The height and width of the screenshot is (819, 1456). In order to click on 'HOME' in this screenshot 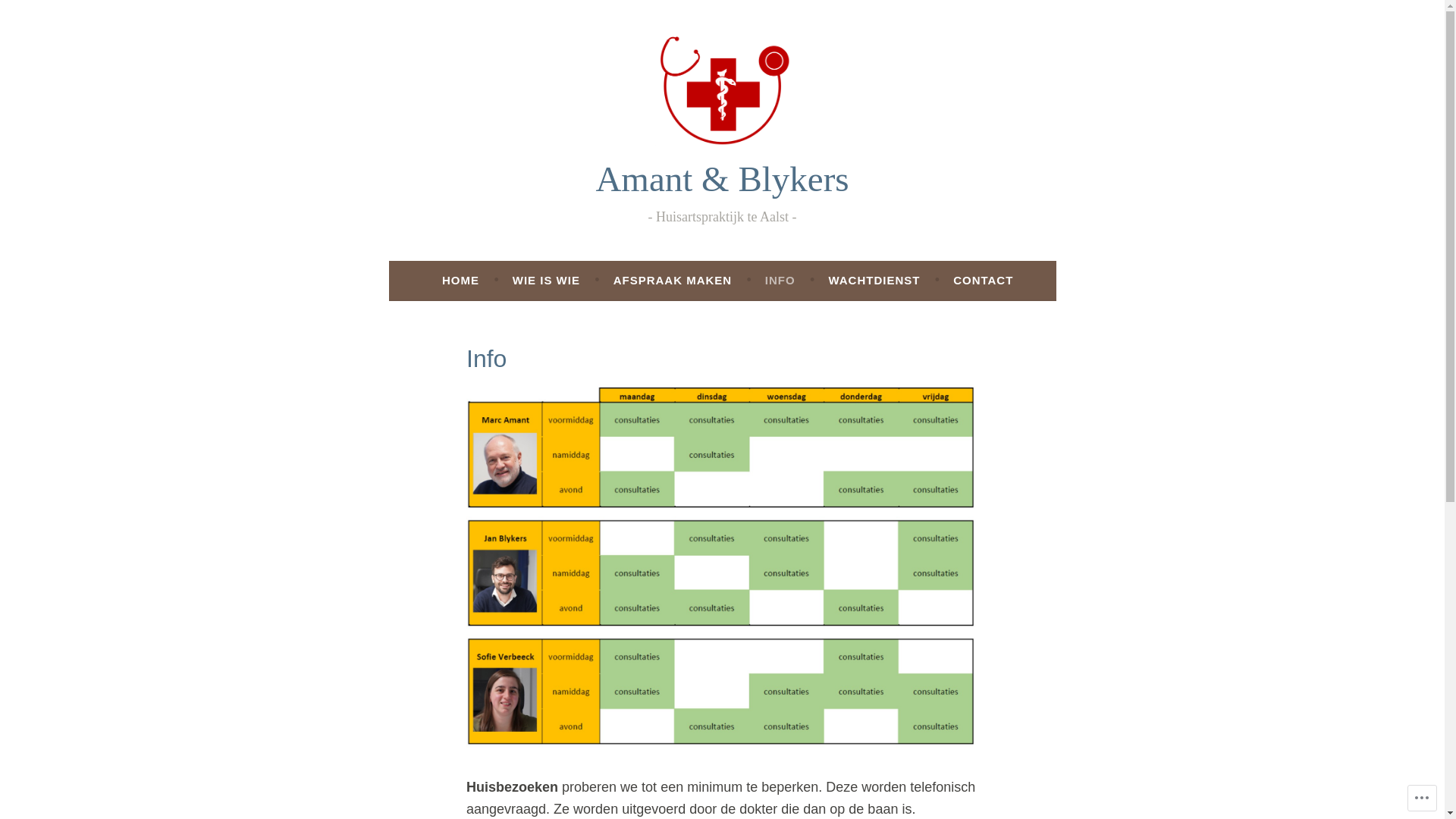, I will do `click(460, 281)`.